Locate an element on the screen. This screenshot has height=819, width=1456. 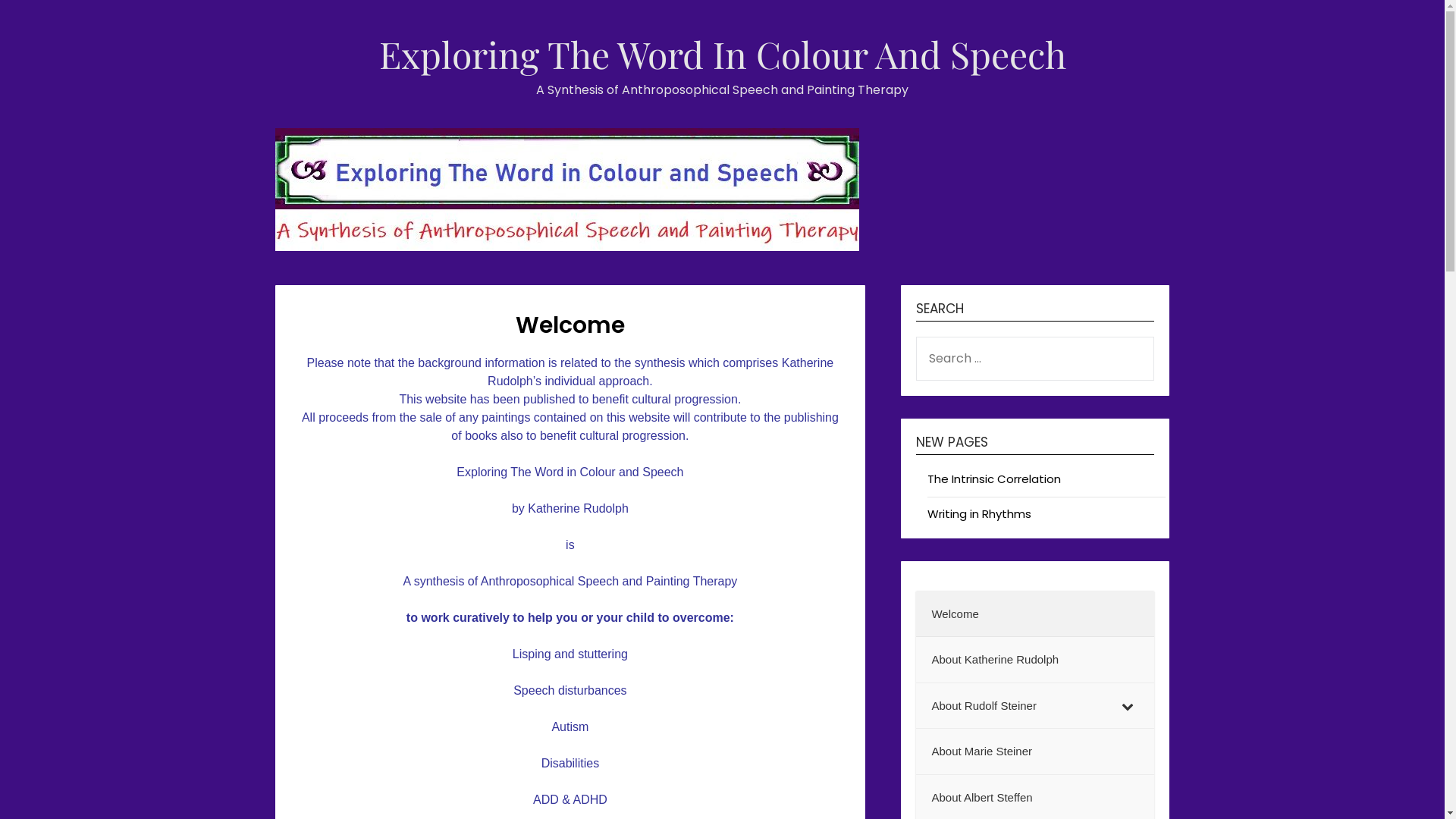
'The Intrinsic Correlation' is located at coordinates (993, 479).